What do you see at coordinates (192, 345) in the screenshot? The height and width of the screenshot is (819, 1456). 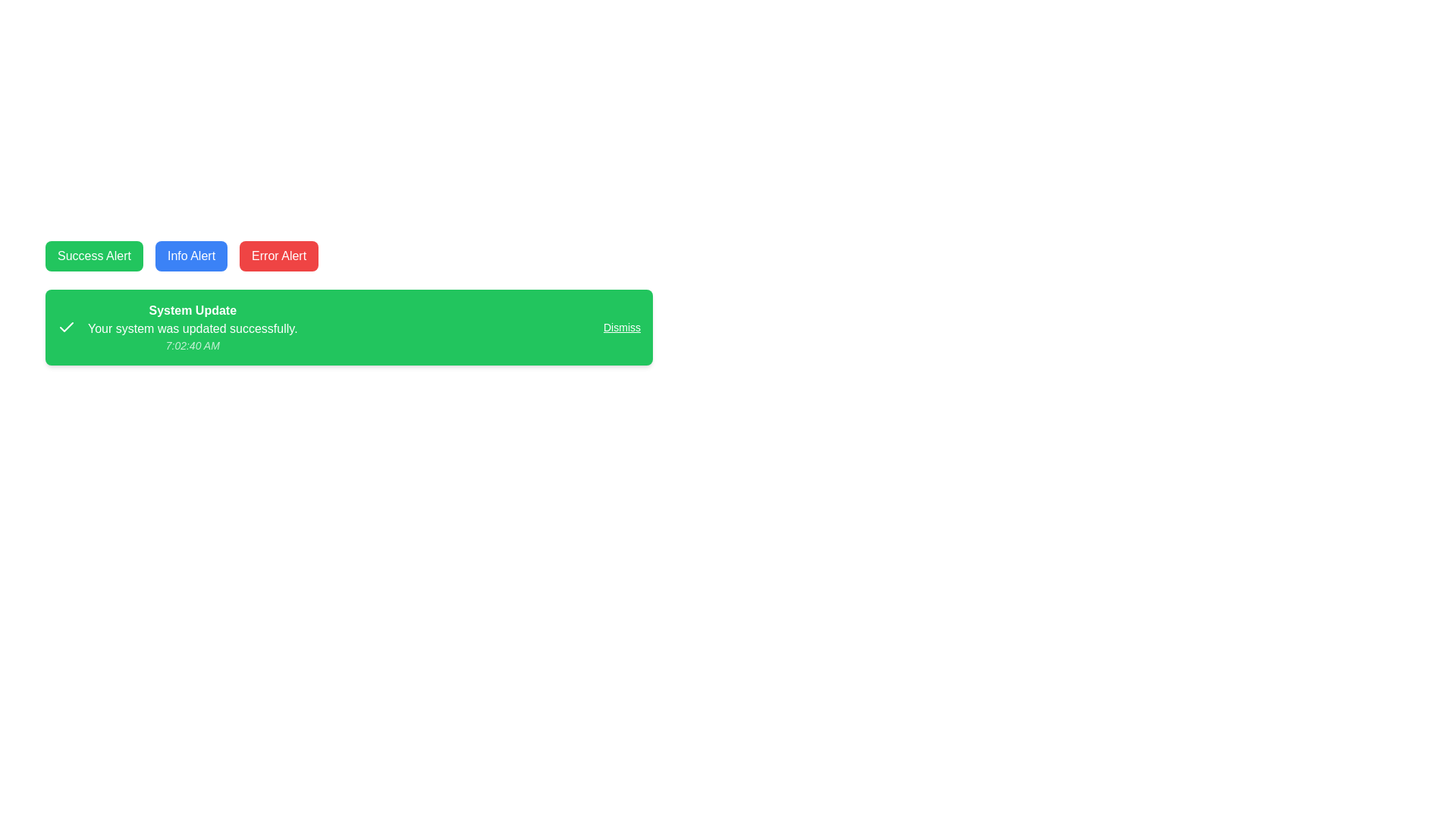 I see `the static text that reads '7:02:40 AM', which is styled in italic and semi-transparent, located below the message 'Your system was updated successfully.' in the green notification card for the 'System Update'` at bounding box center [192, 345].